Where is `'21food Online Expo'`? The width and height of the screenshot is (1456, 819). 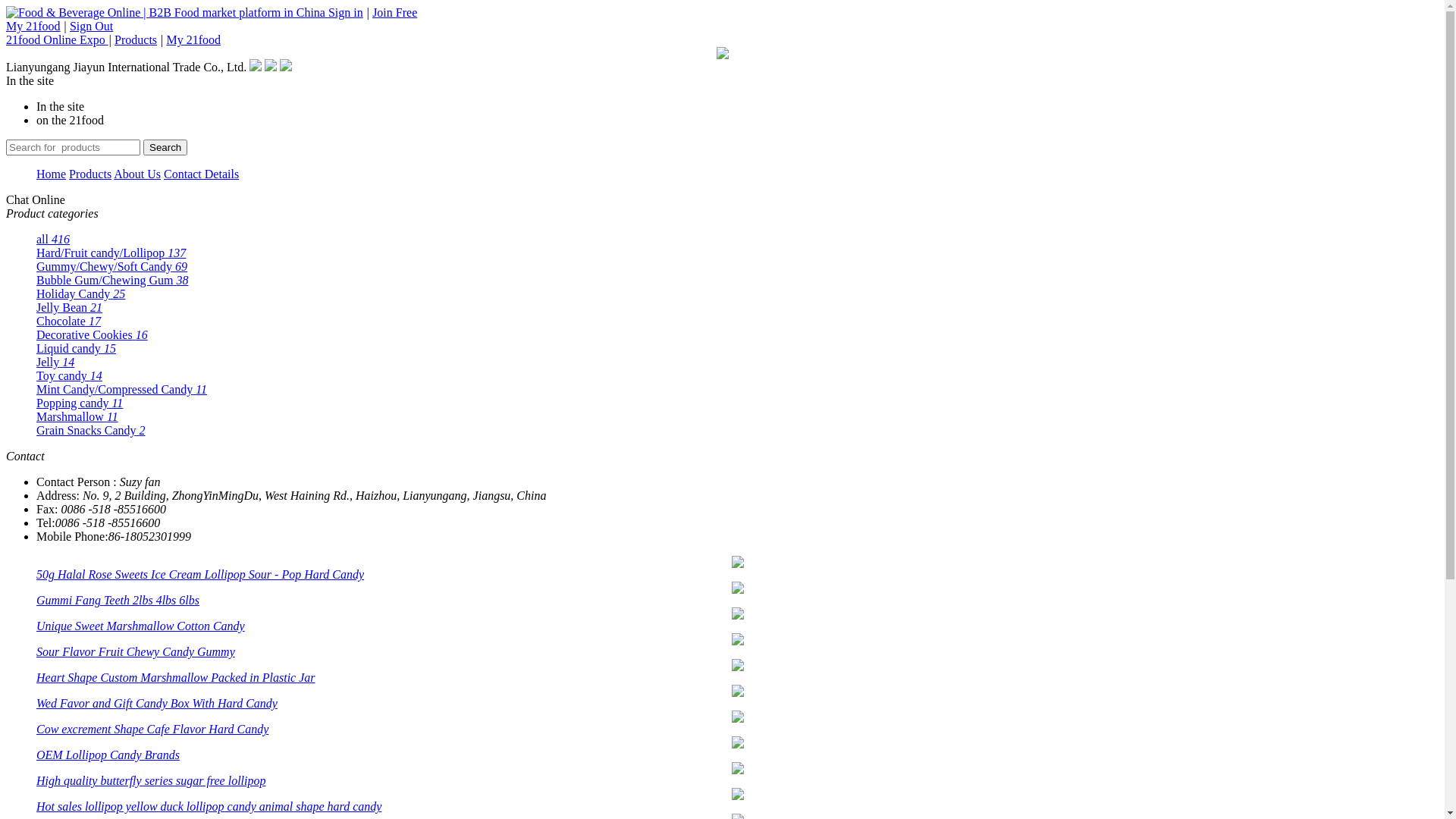 '21food Online Expo' is located at coordinates (57, 39).